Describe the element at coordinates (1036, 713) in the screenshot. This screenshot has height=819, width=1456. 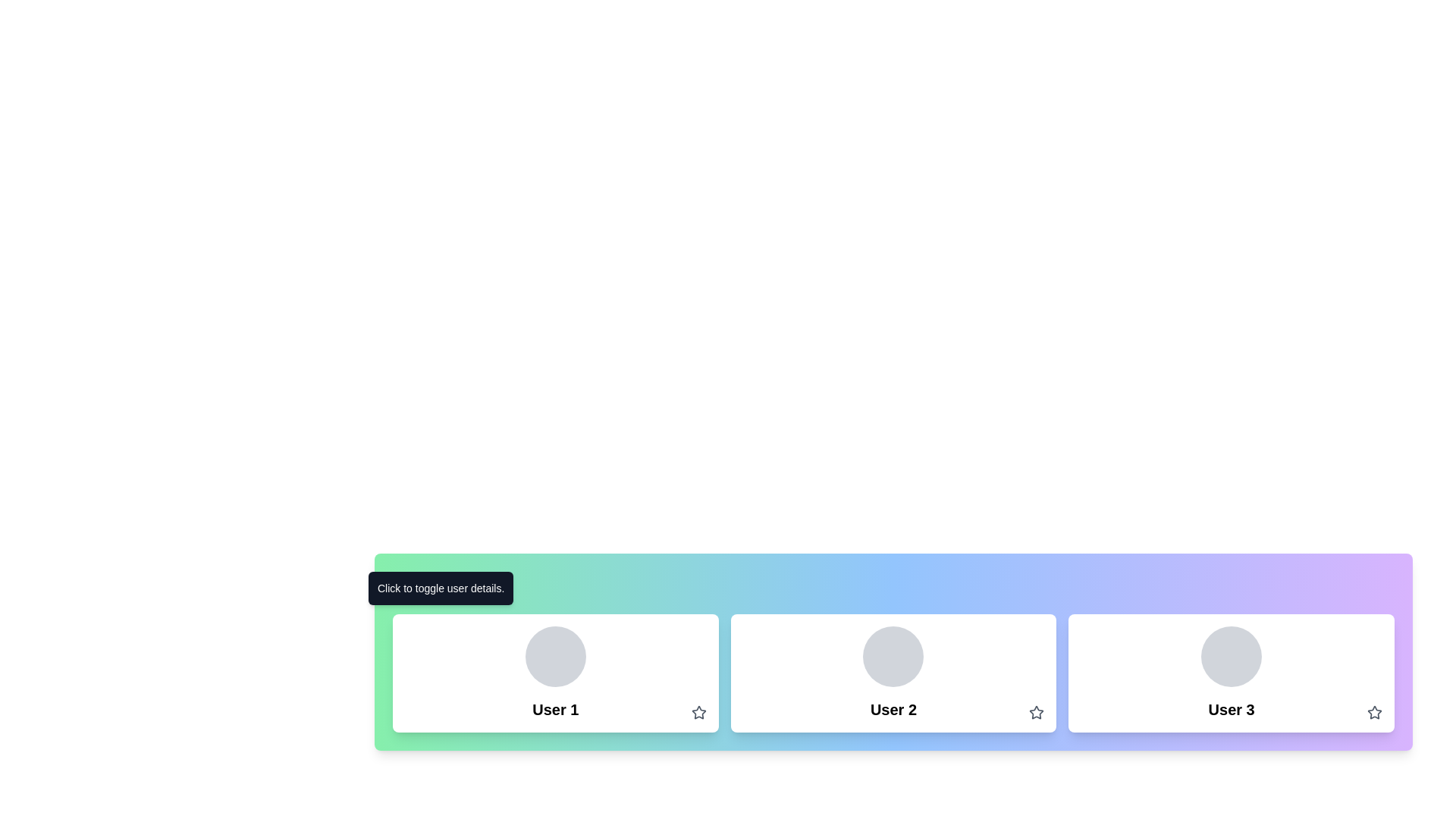
I see `the star icon located in the bottom-right corner of the 'User 2' card to change its color` at that location.